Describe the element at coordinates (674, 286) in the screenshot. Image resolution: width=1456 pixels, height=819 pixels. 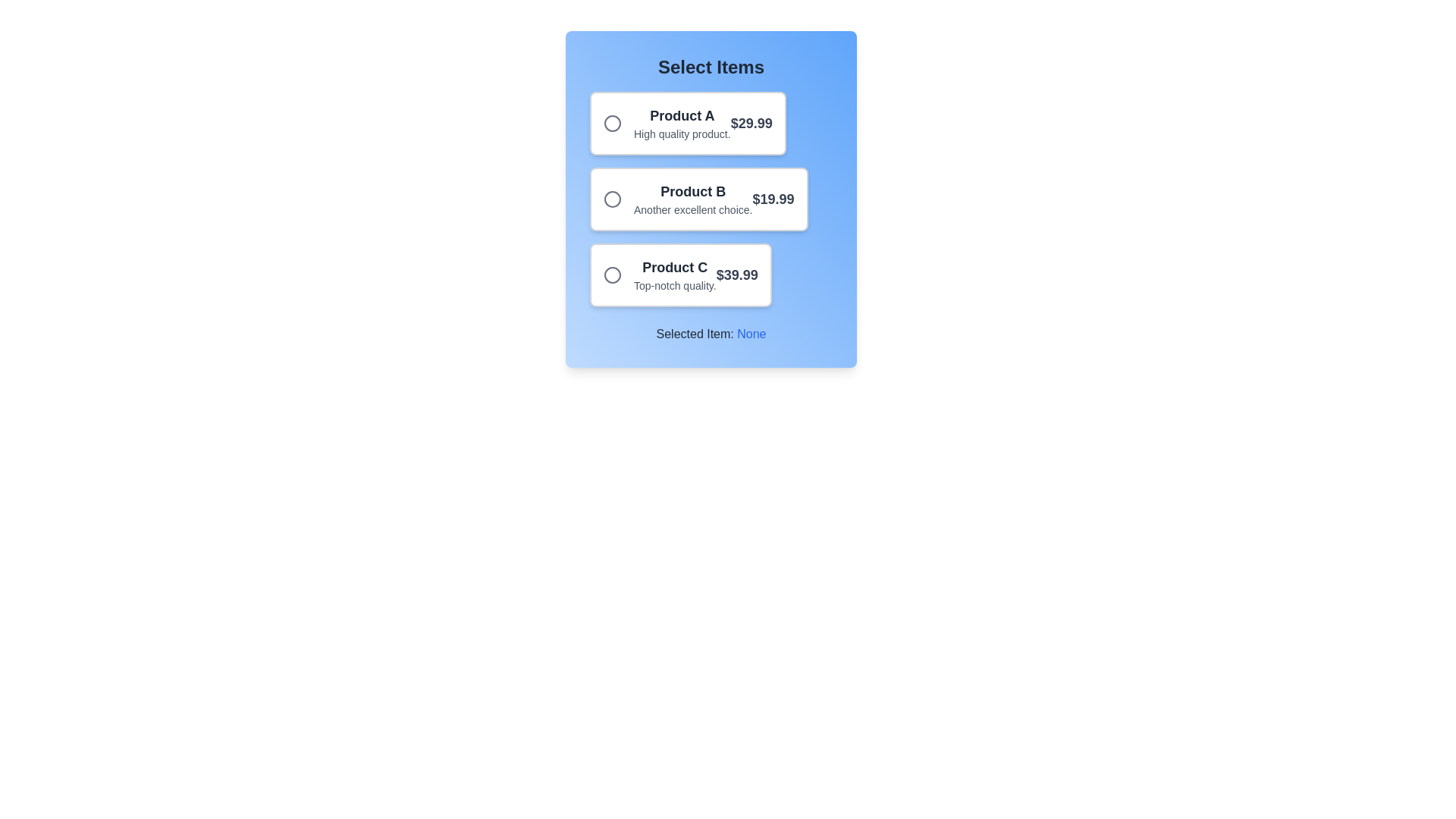
I see `the static text label reading 'Top-notch quality,' which is styled in muted gray and positioned below the heading 'Product C.'` at that location.